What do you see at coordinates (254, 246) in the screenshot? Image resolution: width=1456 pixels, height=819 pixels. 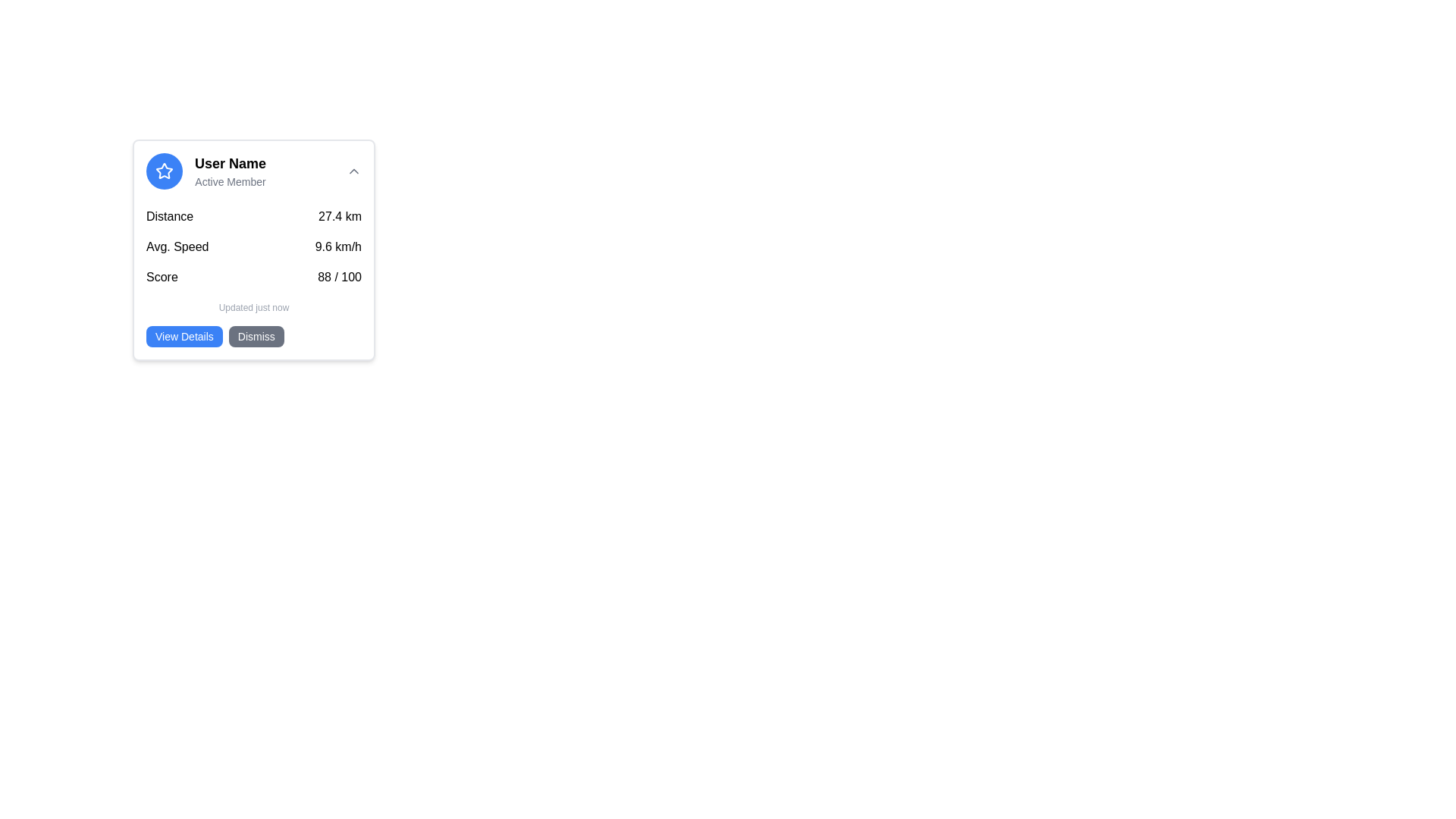 I see `the Metric Display that shows the average speed metric, located in the second row of the vertical list between 'Distance' and 'Score'` at bounding box center [254, 246].